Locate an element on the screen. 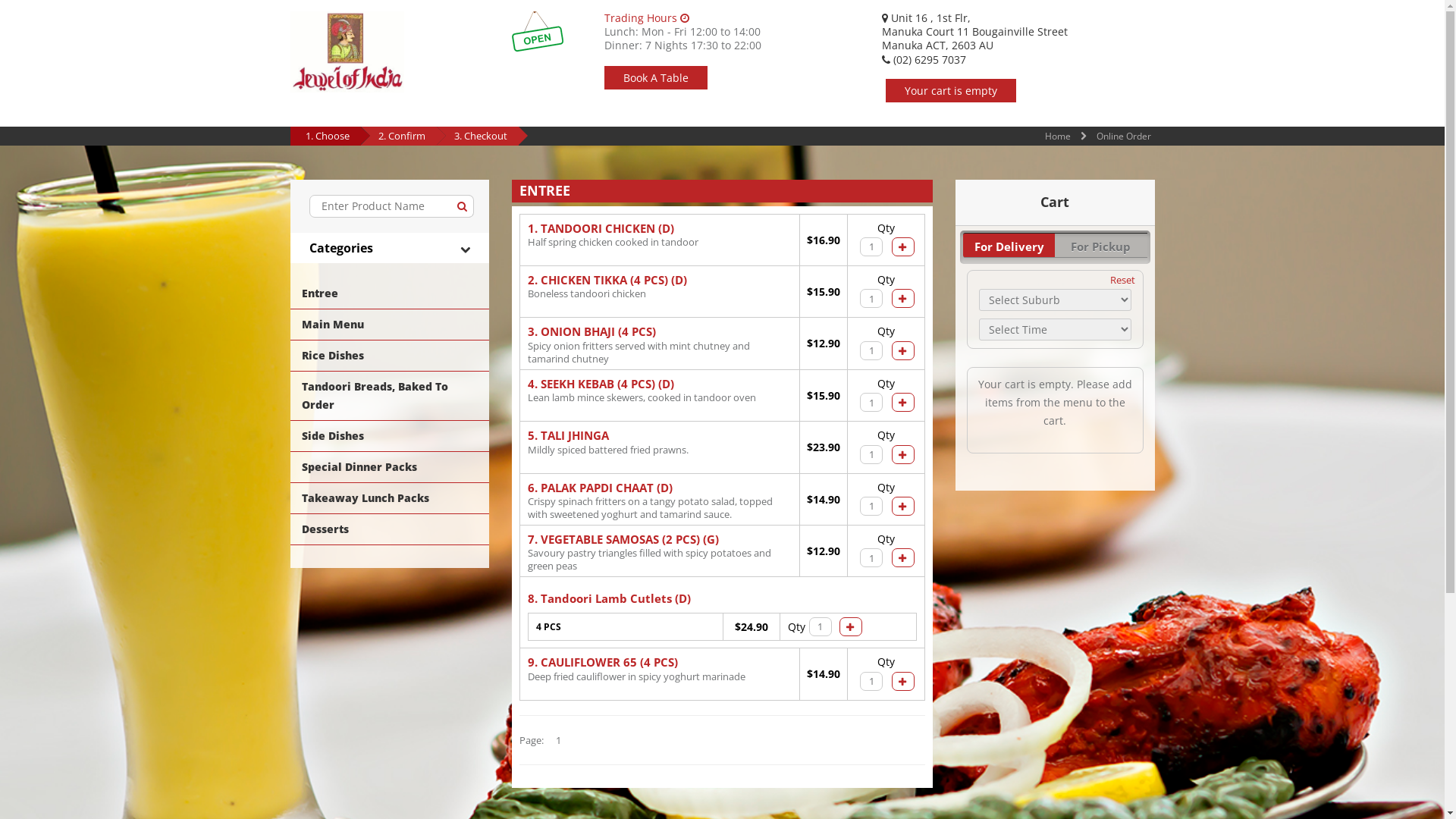 The height and width of the screenshot is (819, 1456). 'Online Order' is located at coordinates (1124, 135).